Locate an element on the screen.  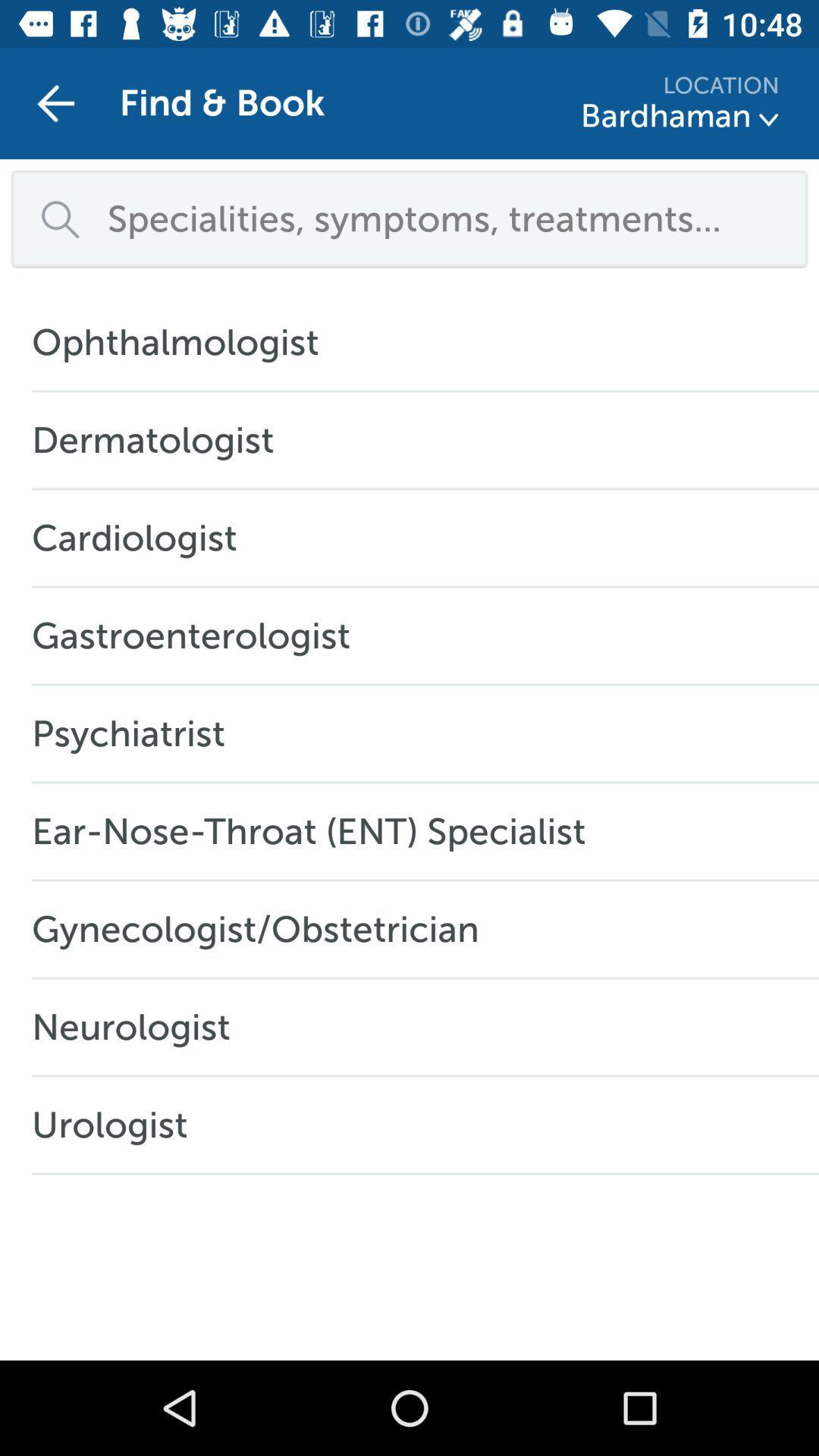
item next to find & book is located at coordinates (55, 102).